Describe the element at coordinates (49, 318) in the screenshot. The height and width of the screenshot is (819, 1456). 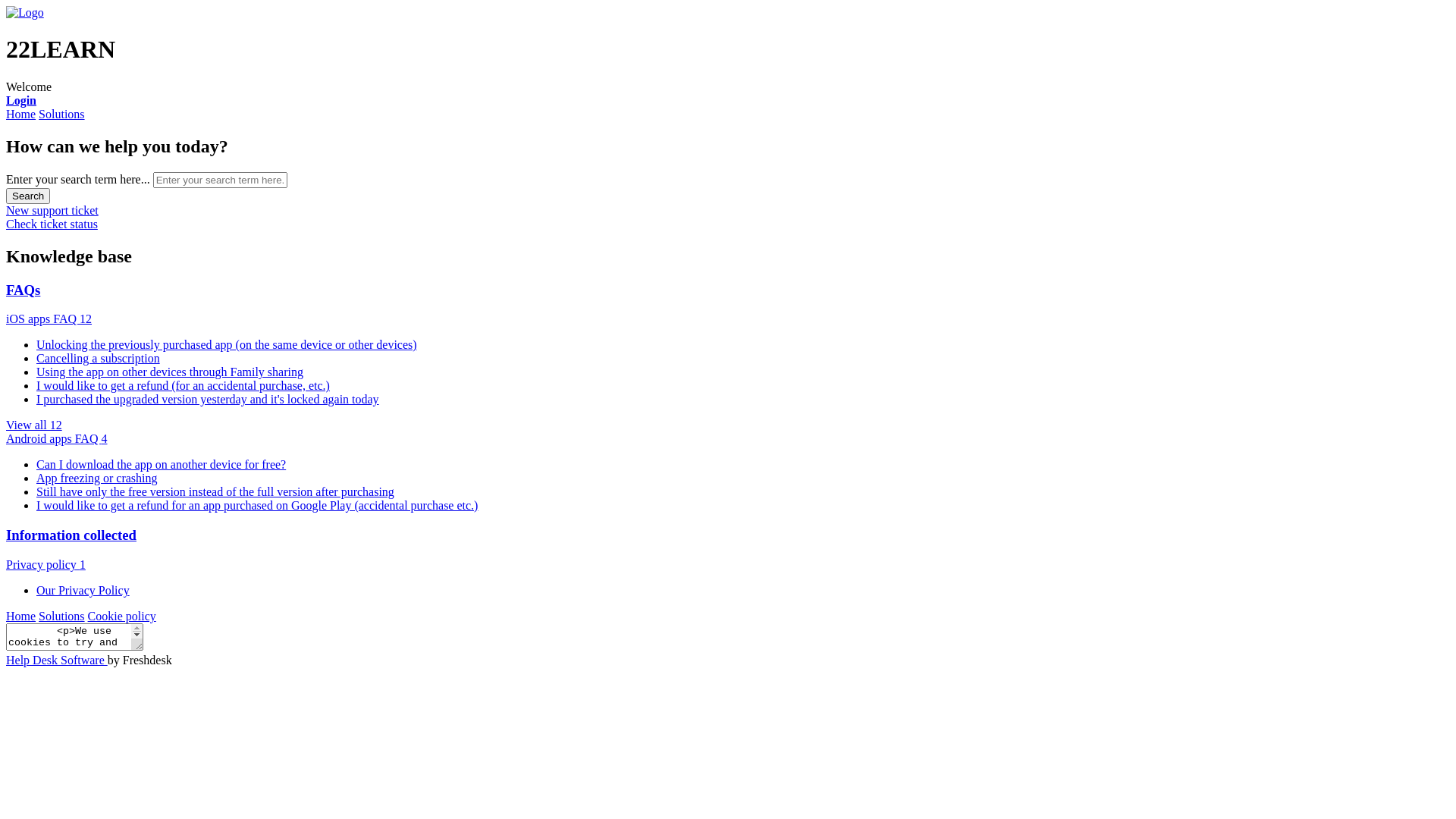
I see `'iOS apps FAQ 12'` at that location.